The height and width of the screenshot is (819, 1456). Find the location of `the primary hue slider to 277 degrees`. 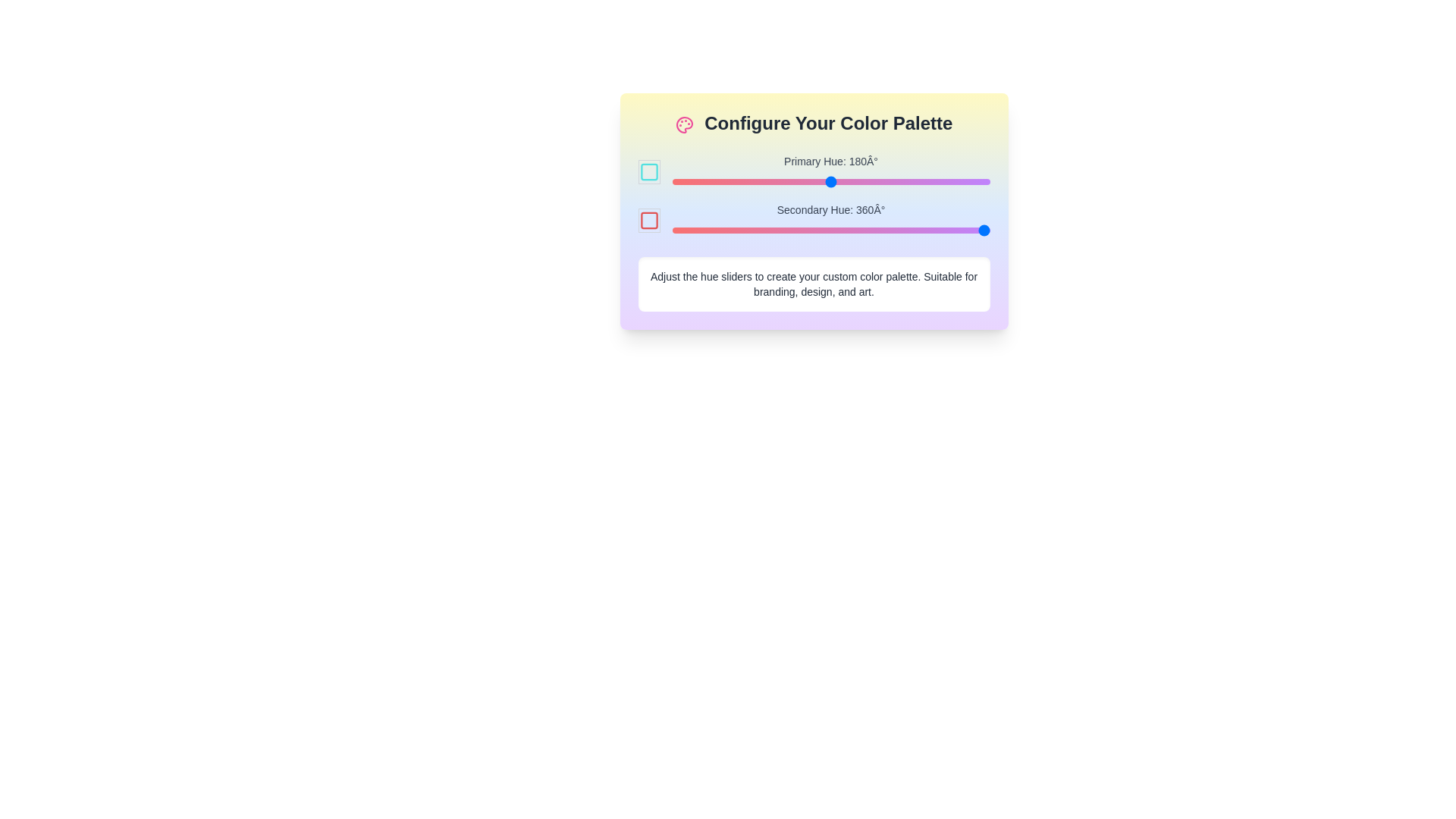

the primary hue slider to 277 degrees is located at coordinates (915, 180).